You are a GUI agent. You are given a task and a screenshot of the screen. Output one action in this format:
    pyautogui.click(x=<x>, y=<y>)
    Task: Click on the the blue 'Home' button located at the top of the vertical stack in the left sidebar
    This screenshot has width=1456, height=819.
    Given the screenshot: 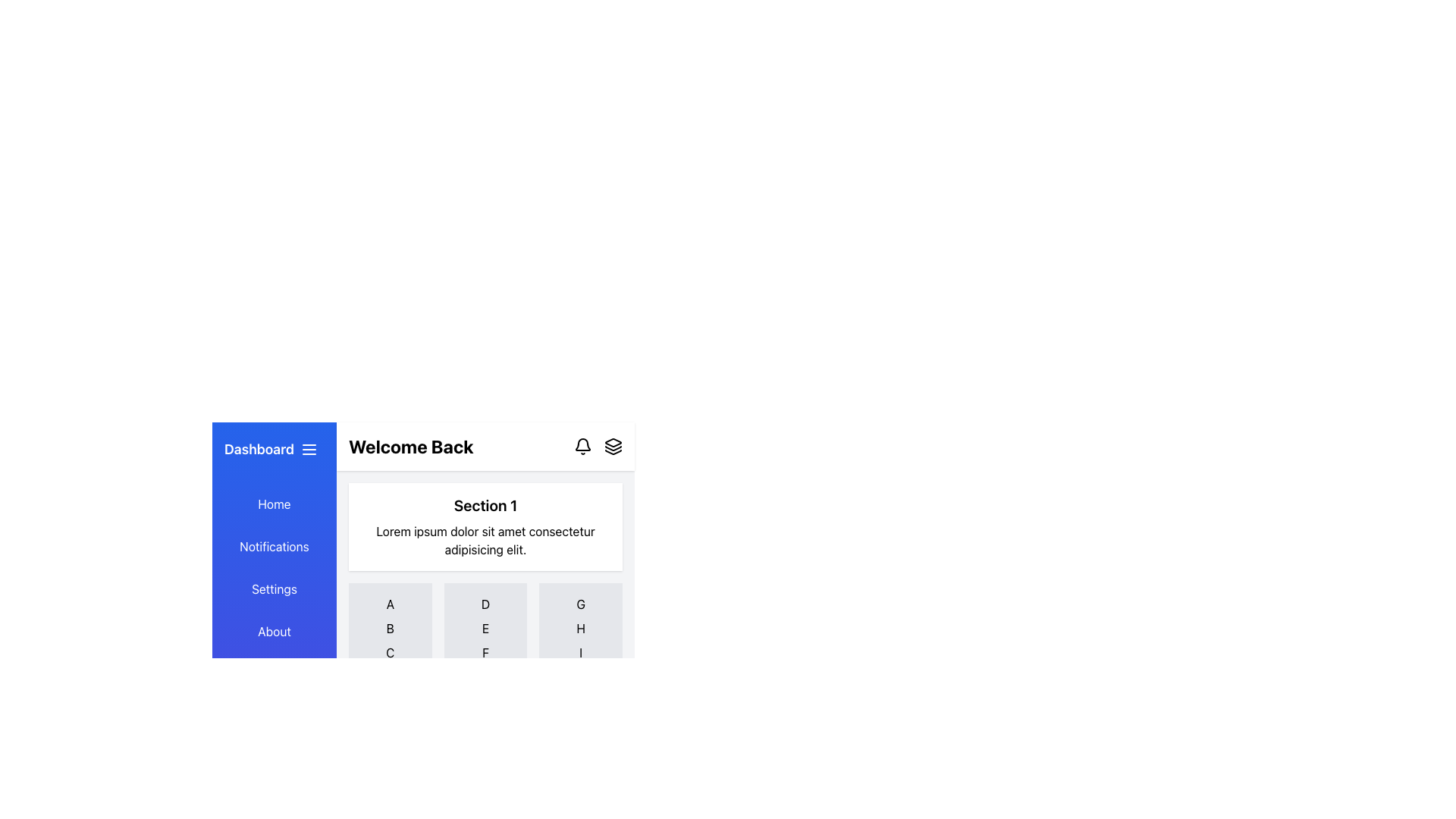 What is the action you would take?
    pyautogui.click(x=274, y=504)
    